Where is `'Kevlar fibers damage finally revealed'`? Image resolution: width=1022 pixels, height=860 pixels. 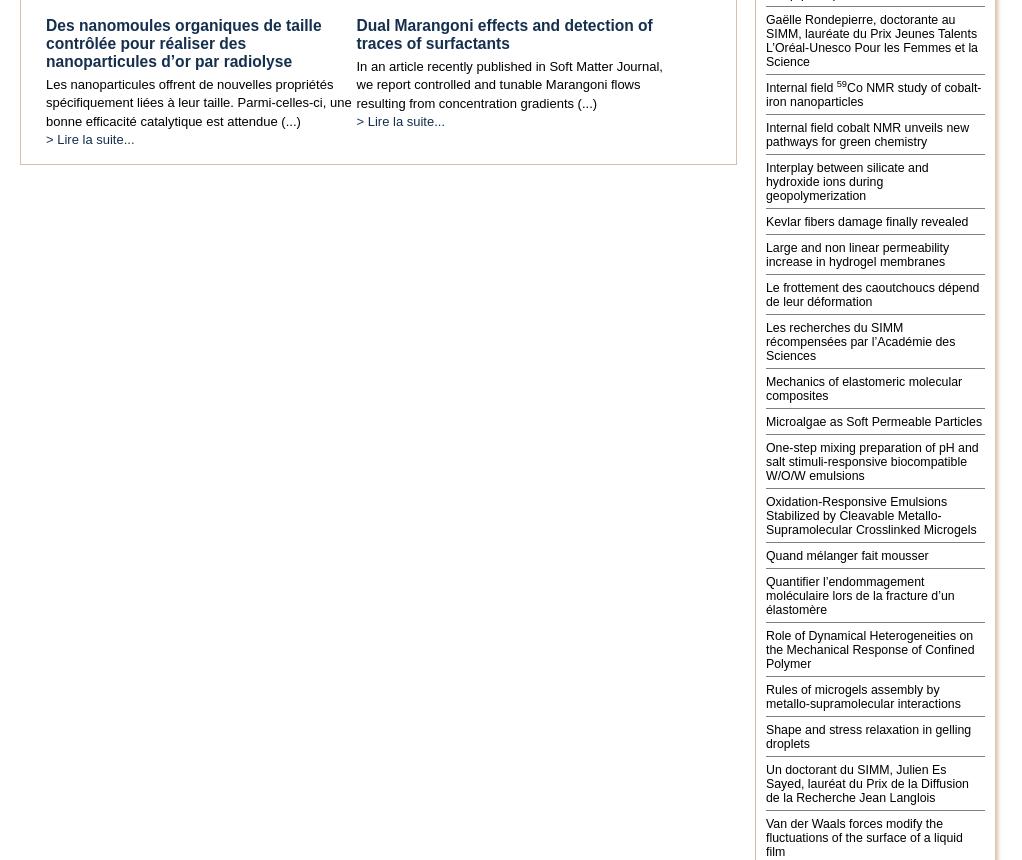
'Kevlar fibers damage finally revealed' is located at coordinates (866, 221).